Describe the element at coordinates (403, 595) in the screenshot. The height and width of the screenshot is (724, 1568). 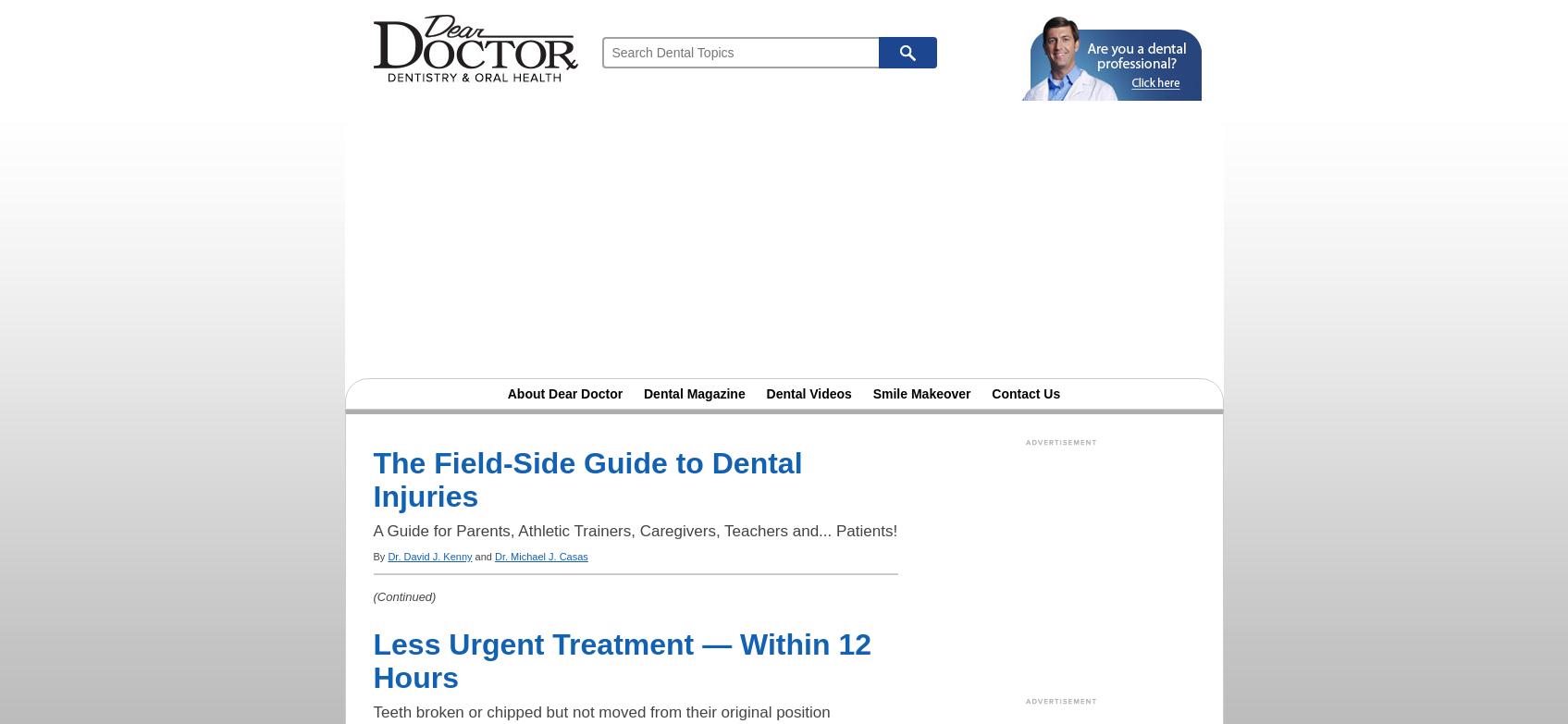
I see `'(Continued)'` at that location.